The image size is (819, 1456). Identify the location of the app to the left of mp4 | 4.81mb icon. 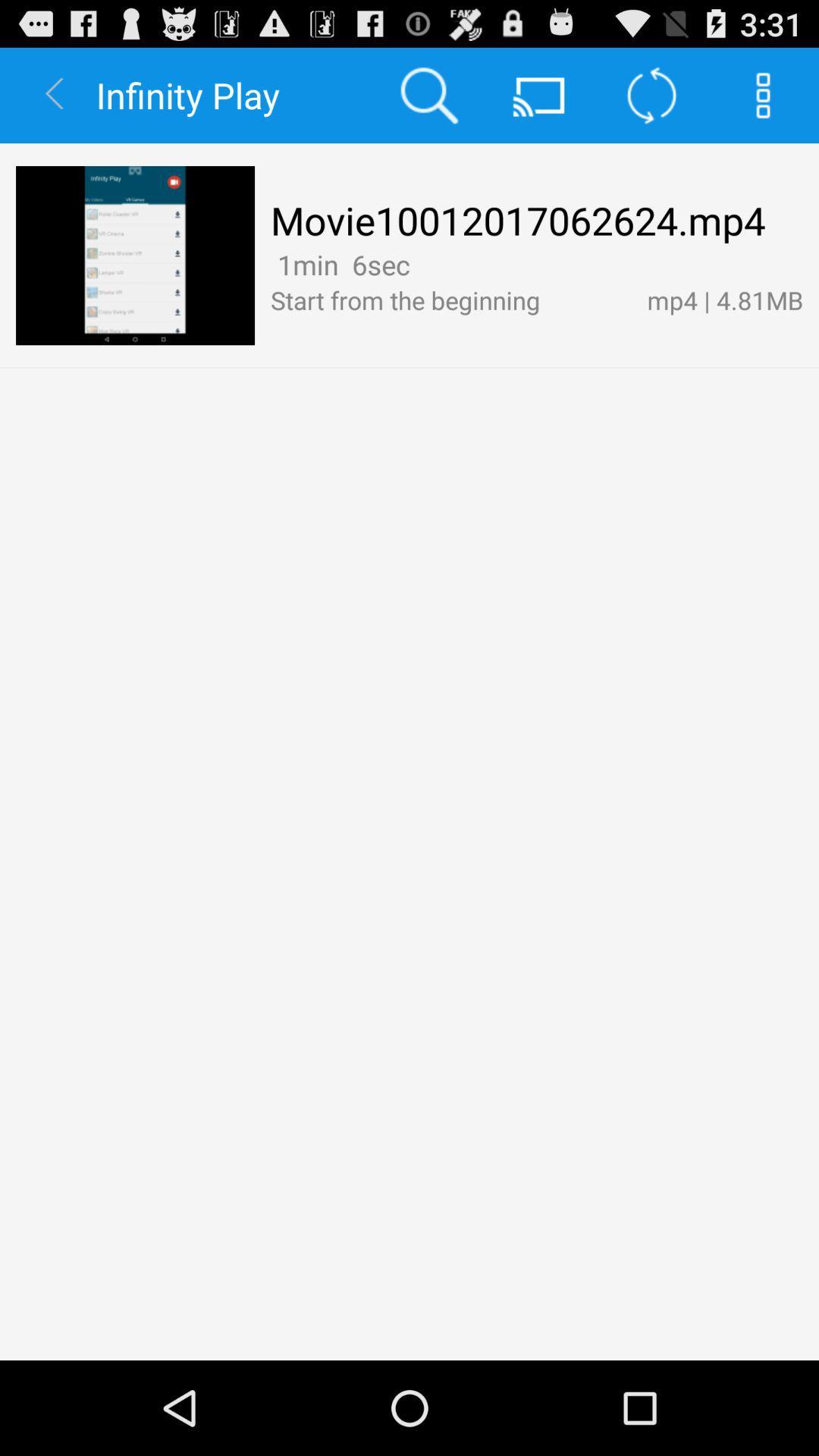
(421, 264).